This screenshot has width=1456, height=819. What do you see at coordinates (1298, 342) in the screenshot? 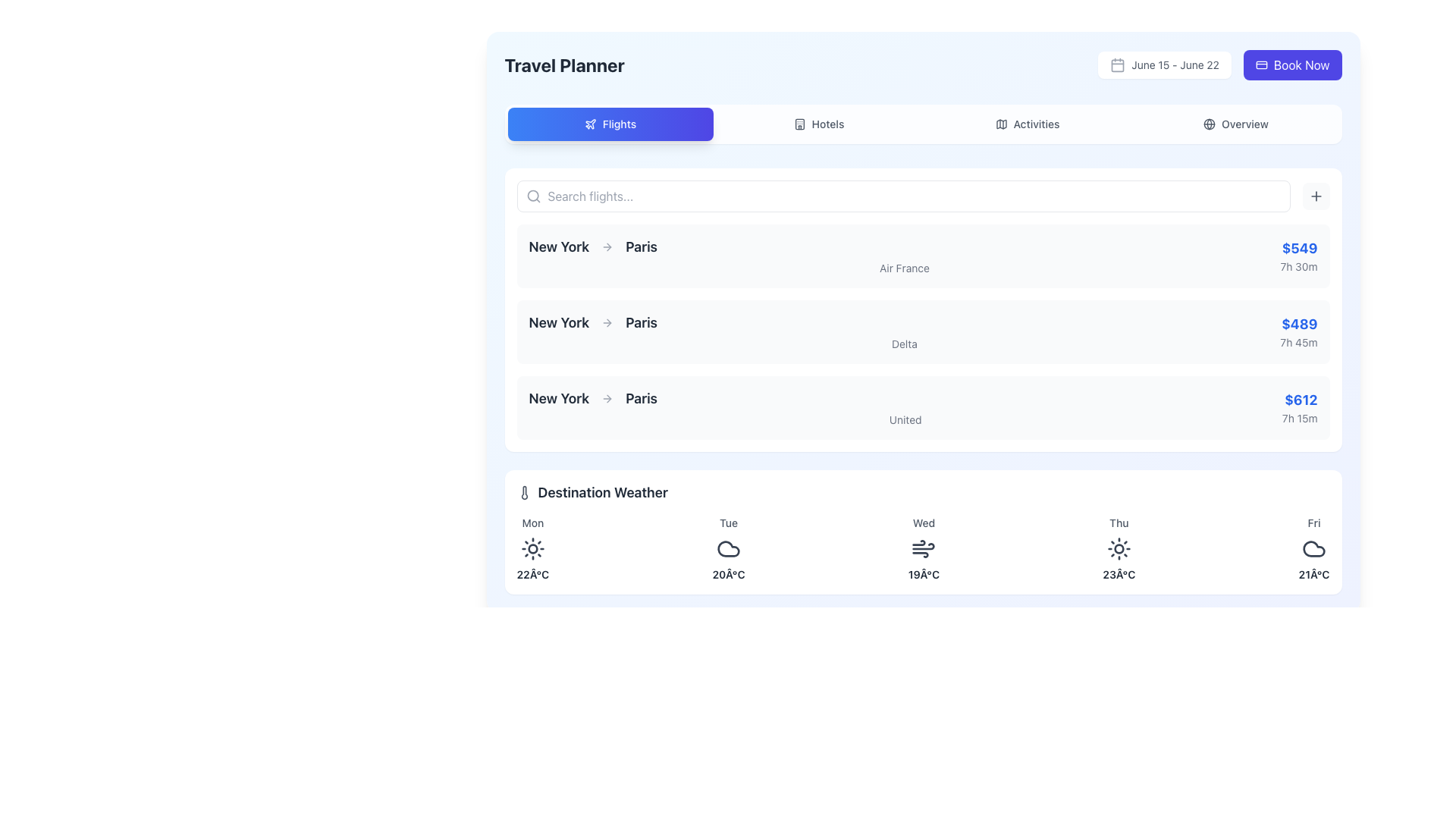
I see `the text label displaying the duration "7h 45m" which is styled in small gray text and positioned below the price "$489" in the flight search results` at bounding box center [1298, 342].